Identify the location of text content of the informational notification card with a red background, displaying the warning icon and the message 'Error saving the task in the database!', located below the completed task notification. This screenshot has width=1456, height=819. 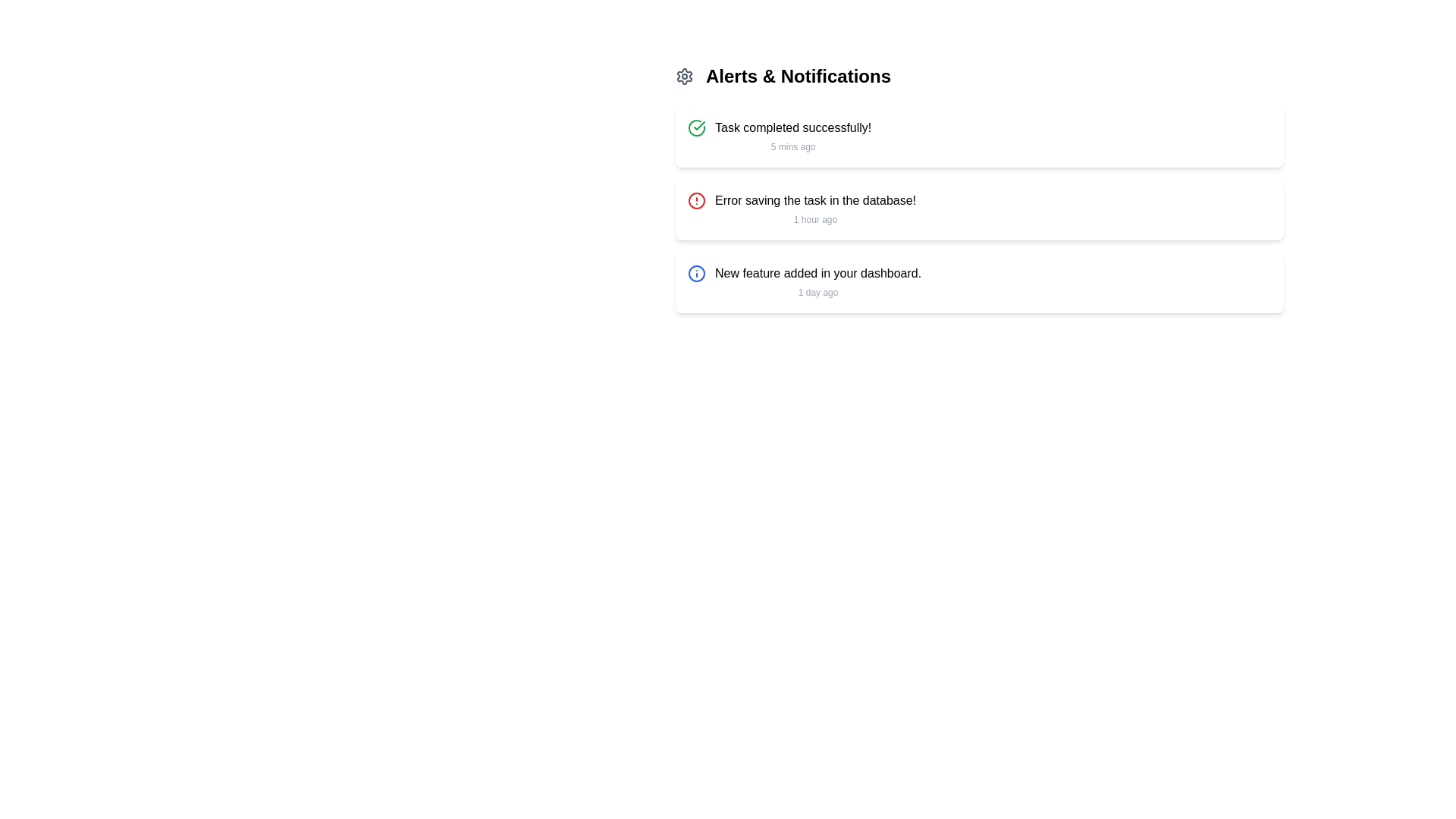
(979, 210).